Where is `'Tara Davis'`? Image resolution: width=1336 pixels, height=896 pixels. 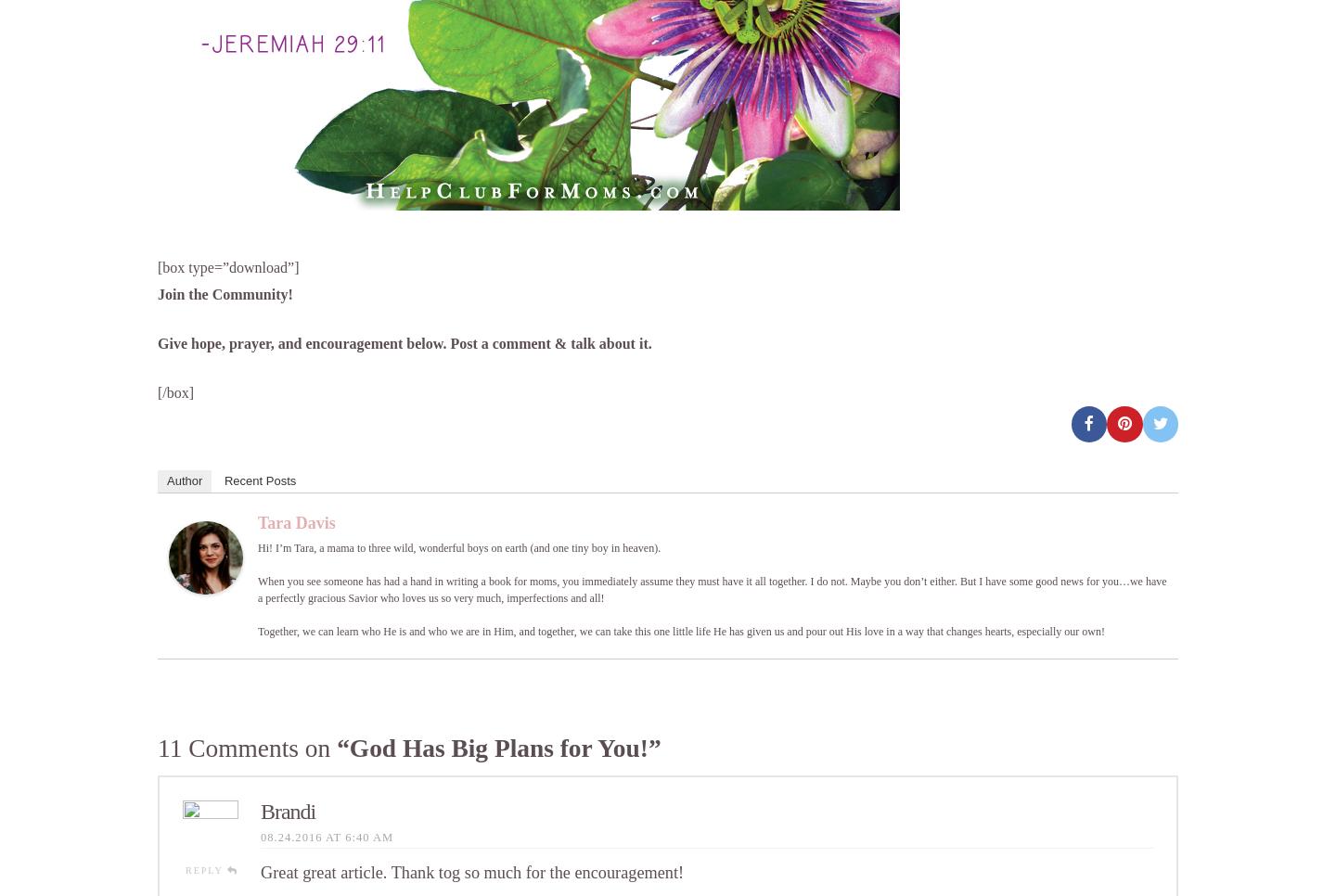
'Tara Davis' is located at coordinates (296, 520).